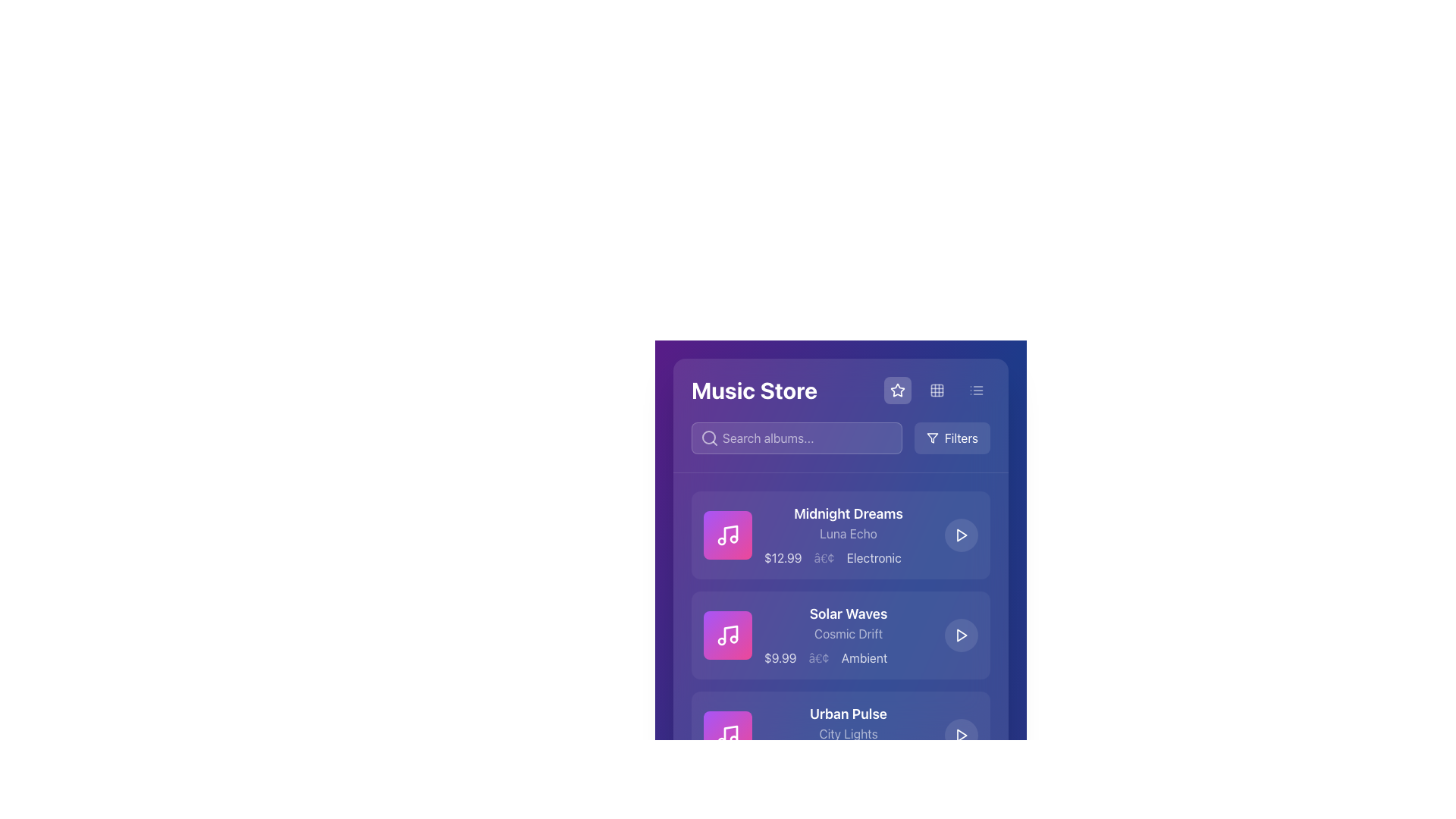 This screenshot has width=1456, height=819. What do you see at coordinates (709, 438) in the screenshot?
I see `the search icon located to the left of the search input field, which indicates the search functionality for entering queries` at bounding box center [709, 438].